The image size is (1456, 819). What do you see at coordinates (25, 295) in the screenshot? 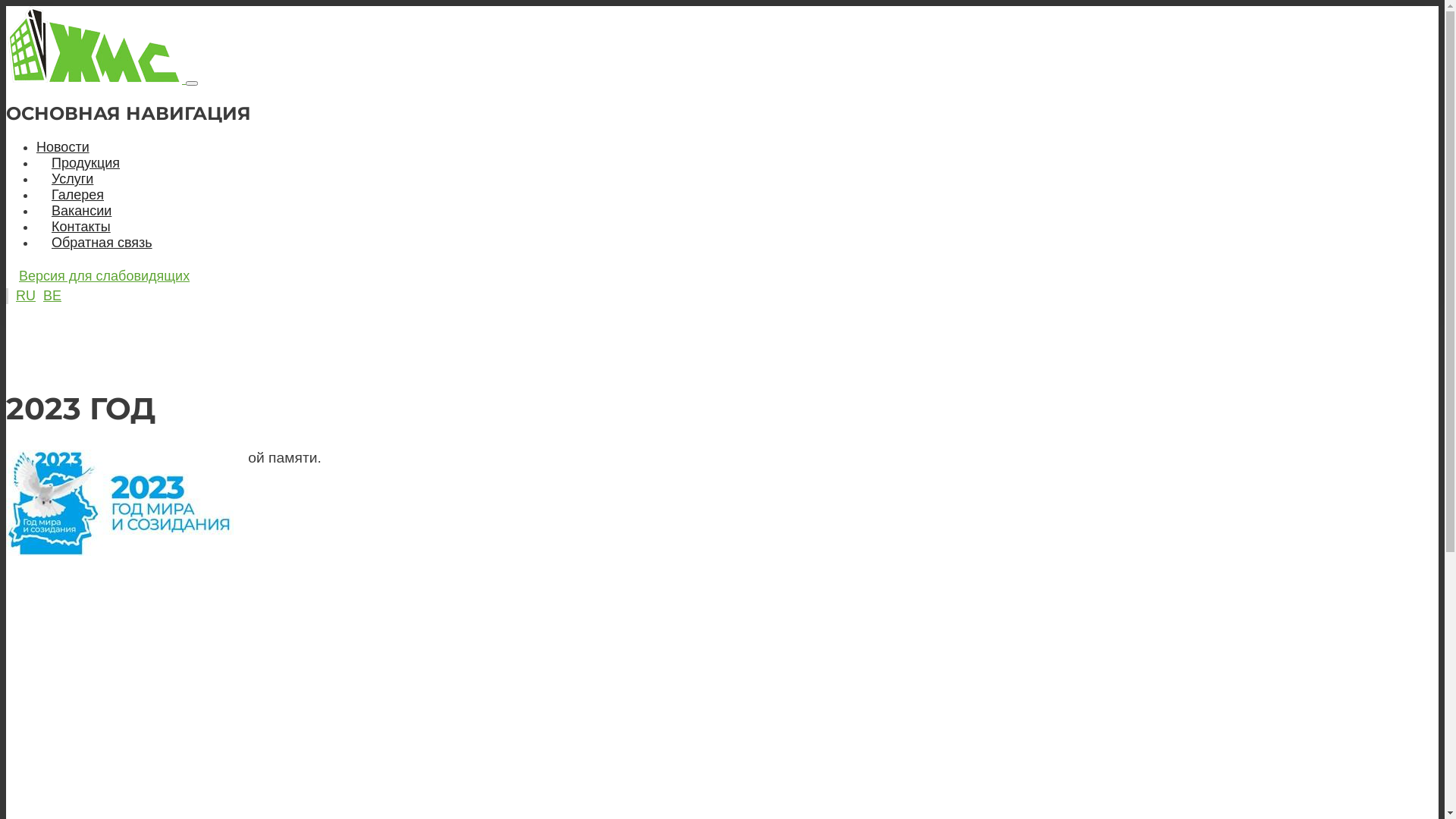
I see `'RU'` at bounding box center [25, 295].